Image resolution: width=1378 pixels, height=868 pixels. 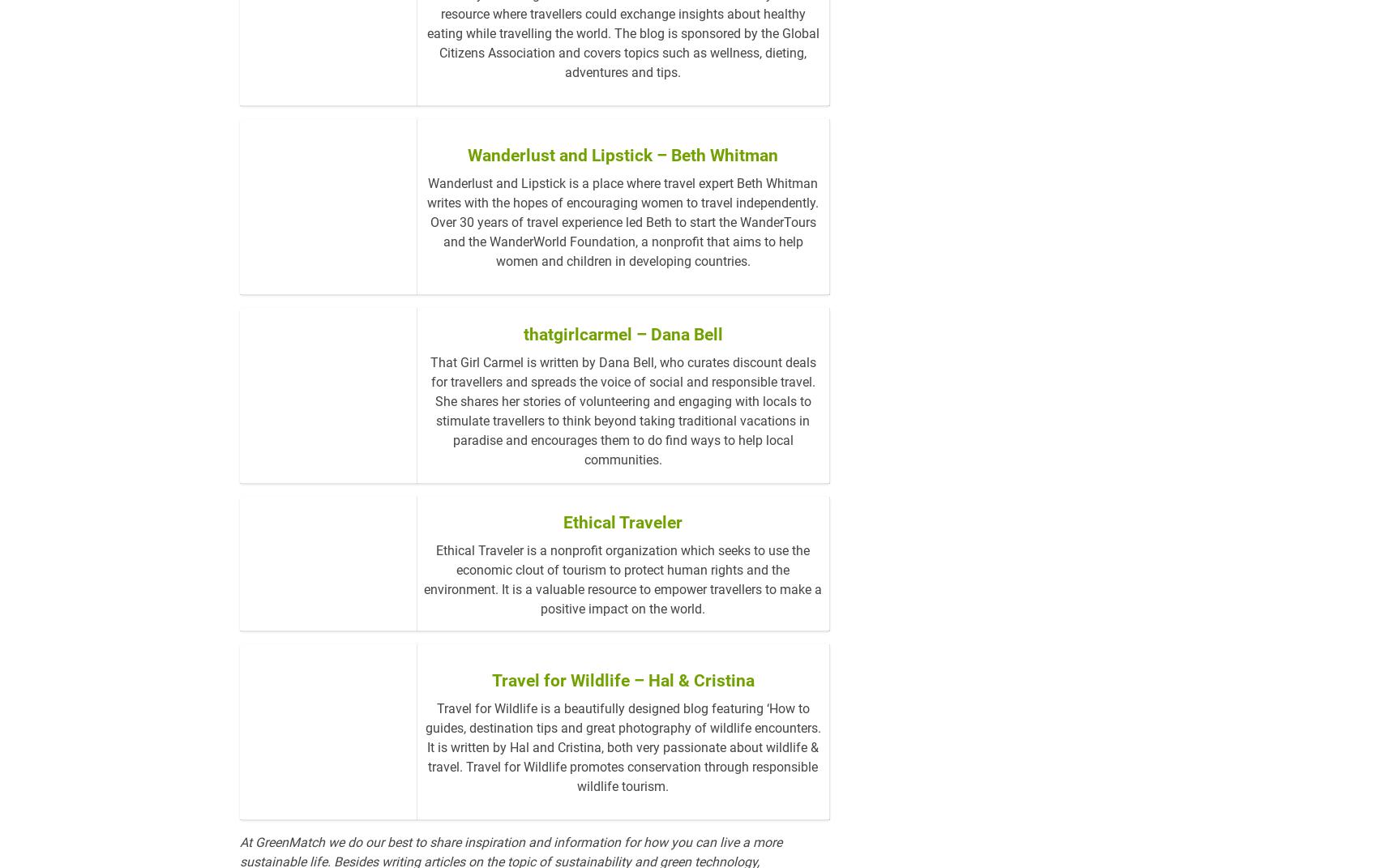 What do you see at coordinates (622, 219) in the screenshot?
I see `'Wanderlust and Lipstick – Beth Whitman'` at bounding box center [622, 219].